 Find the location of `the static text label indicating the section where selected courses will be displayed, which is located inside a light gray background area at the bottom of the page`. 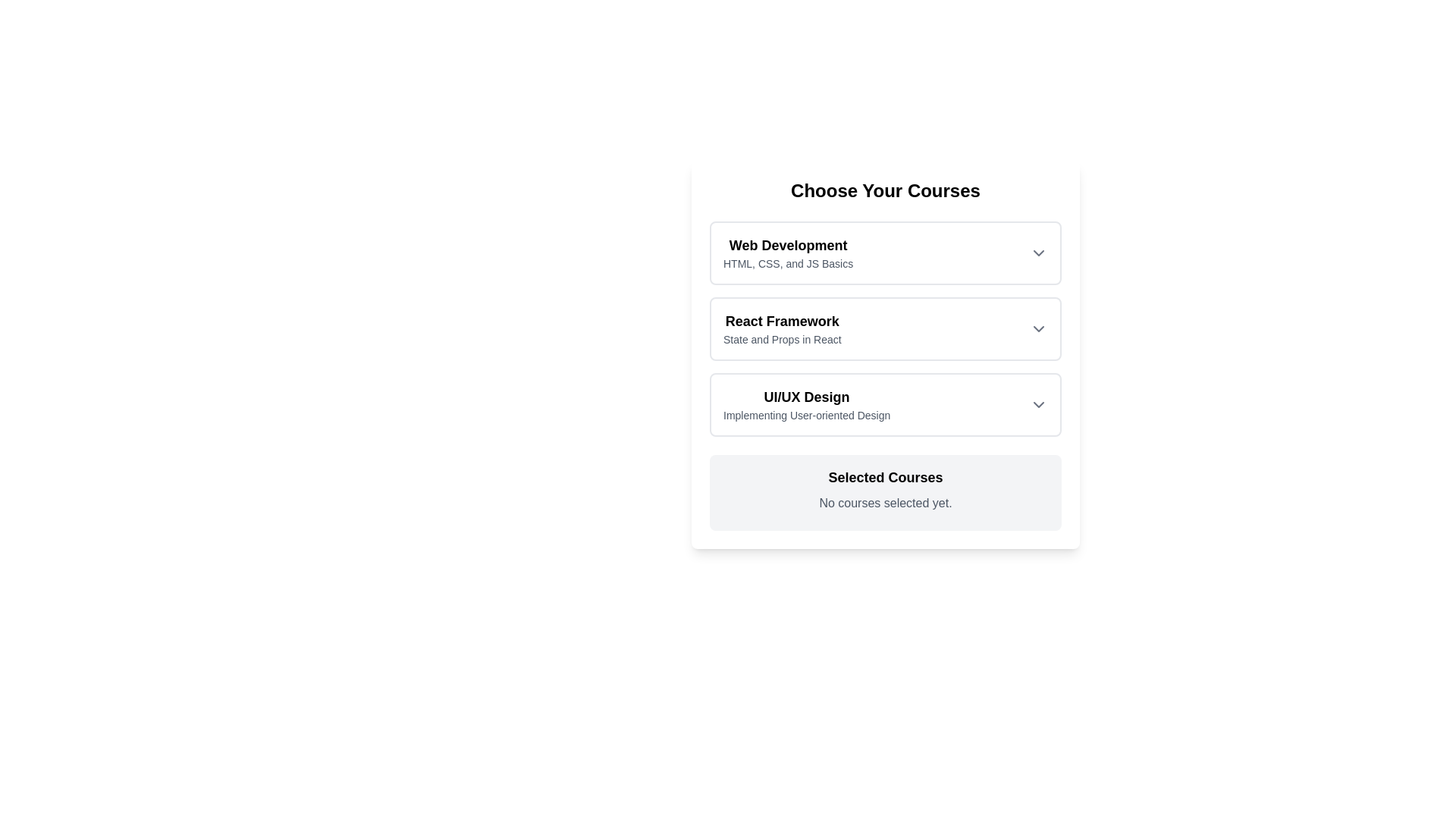

the static text label indicating the section where selected courses will be displayed, which is located inside a light gray background area at the bottom of the page is located at coordinates (885, 476).